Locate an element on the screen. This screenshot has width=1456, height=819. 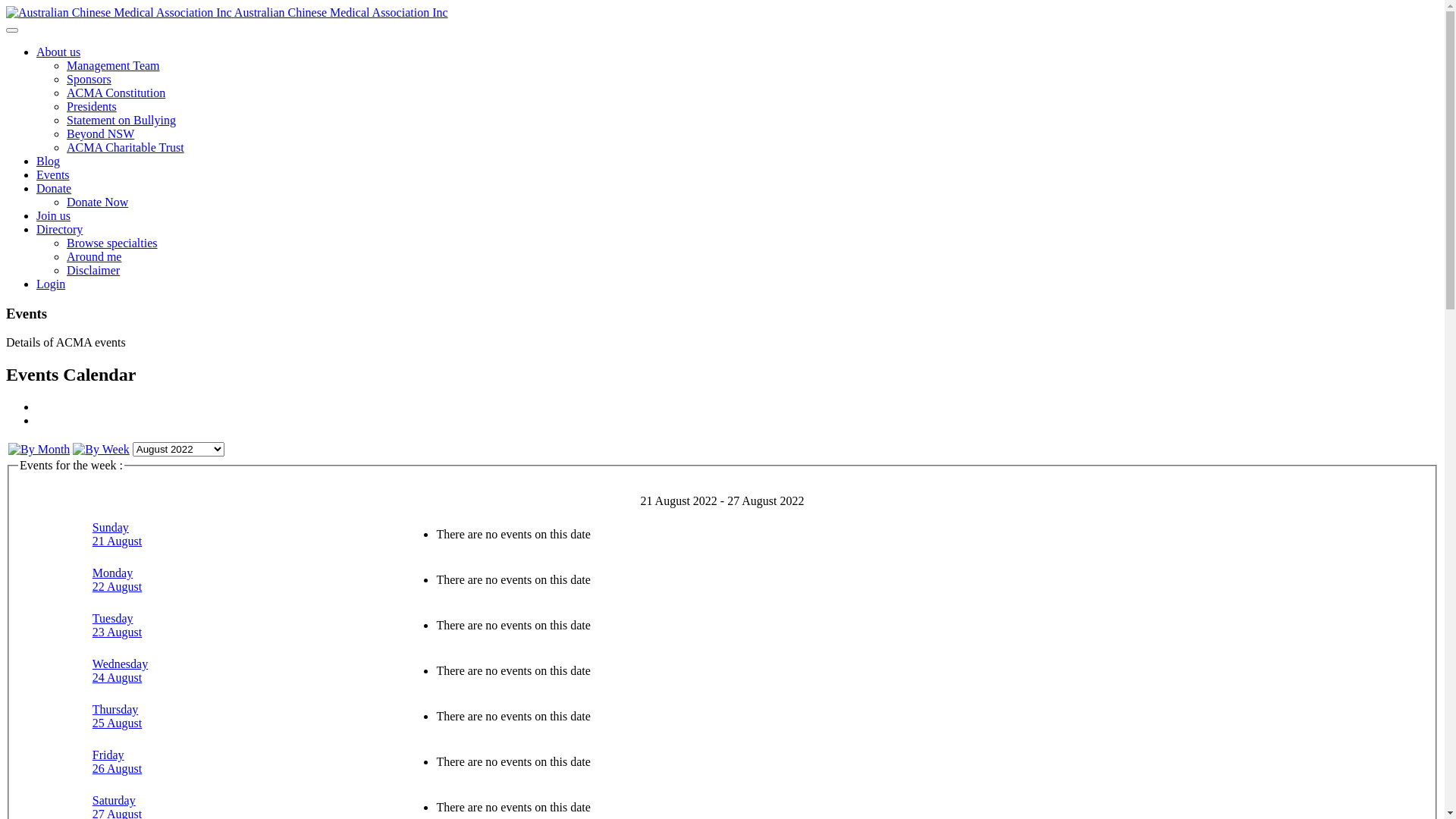
'ACMA Constitution' is located at coordinates (115, 93).